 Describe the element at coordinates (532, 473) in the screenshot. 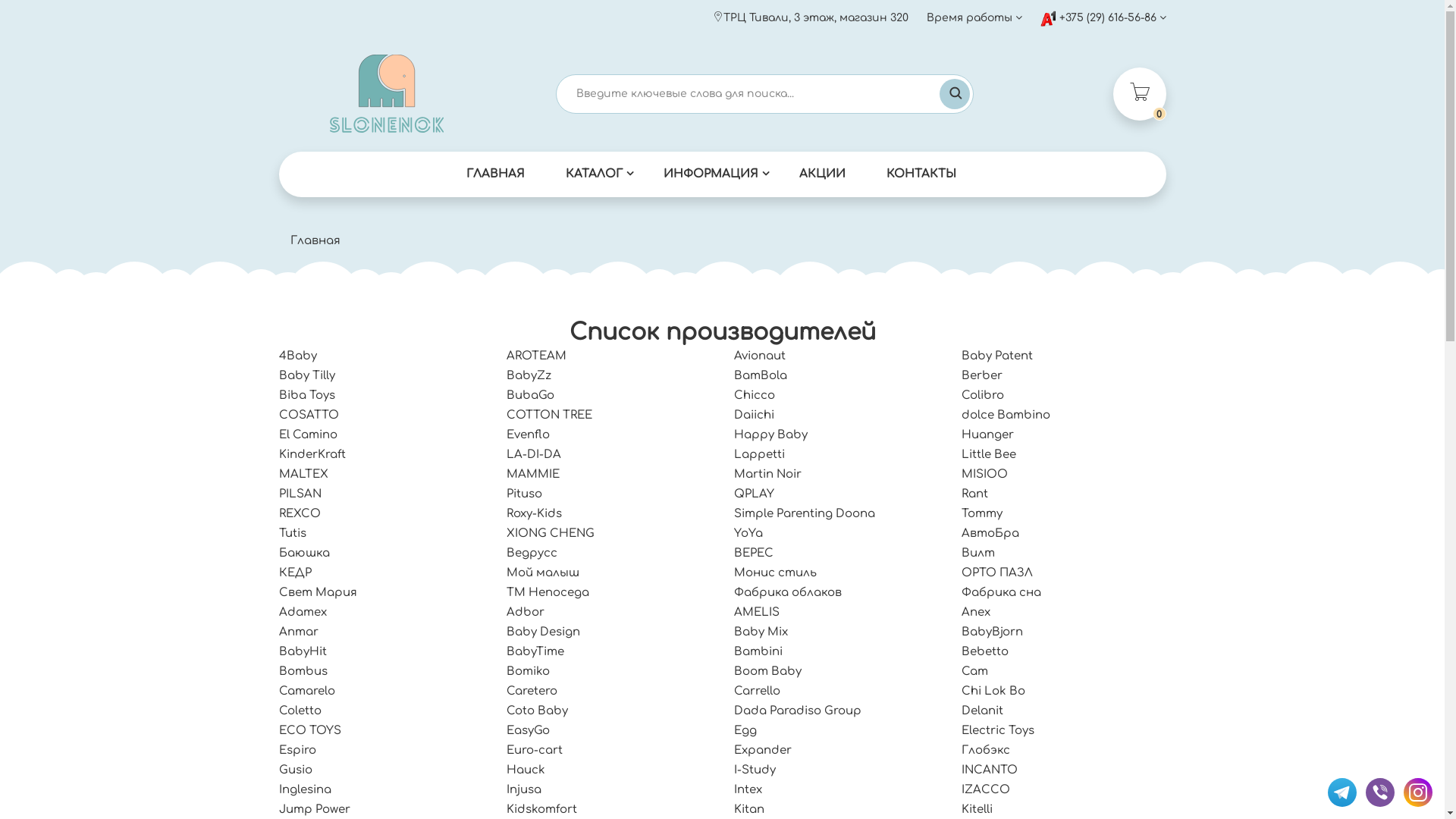

I see `'MAMMIE'` at that location.